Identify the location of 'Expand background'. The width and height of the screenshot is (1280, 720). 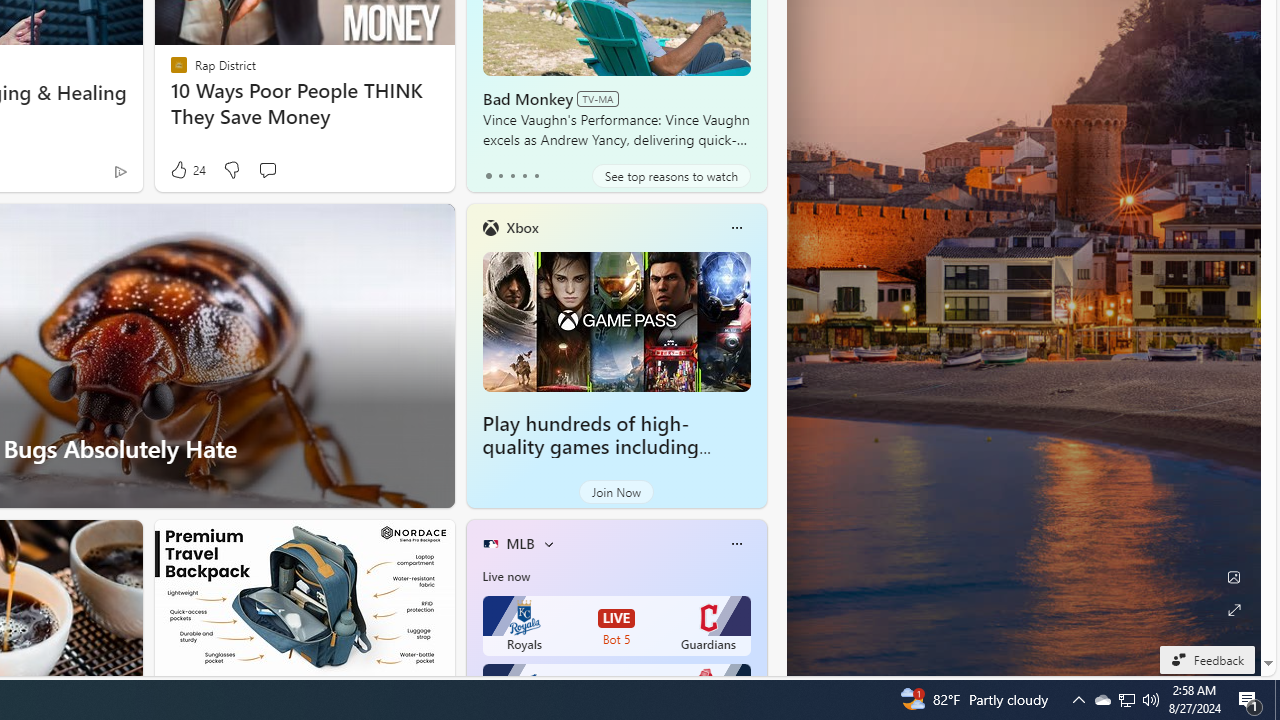
(1232, 609).